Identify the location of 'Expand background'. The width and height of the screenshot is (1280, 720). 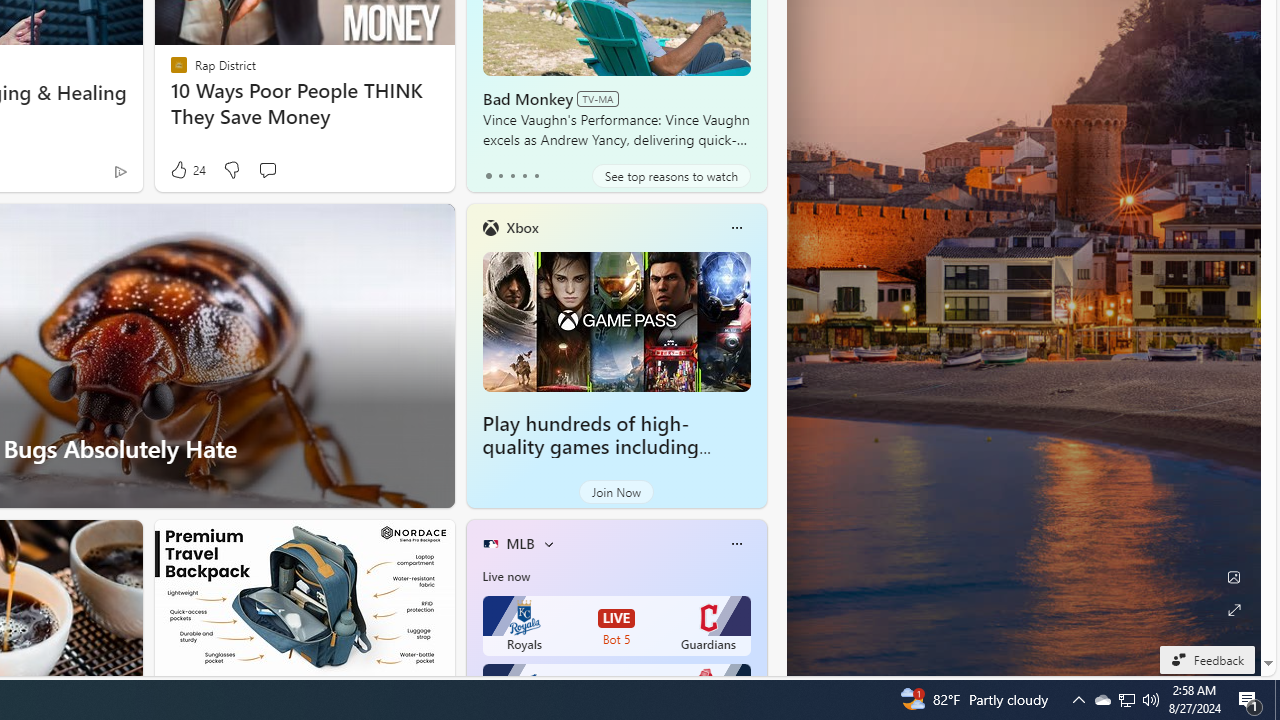
(1232, 609).